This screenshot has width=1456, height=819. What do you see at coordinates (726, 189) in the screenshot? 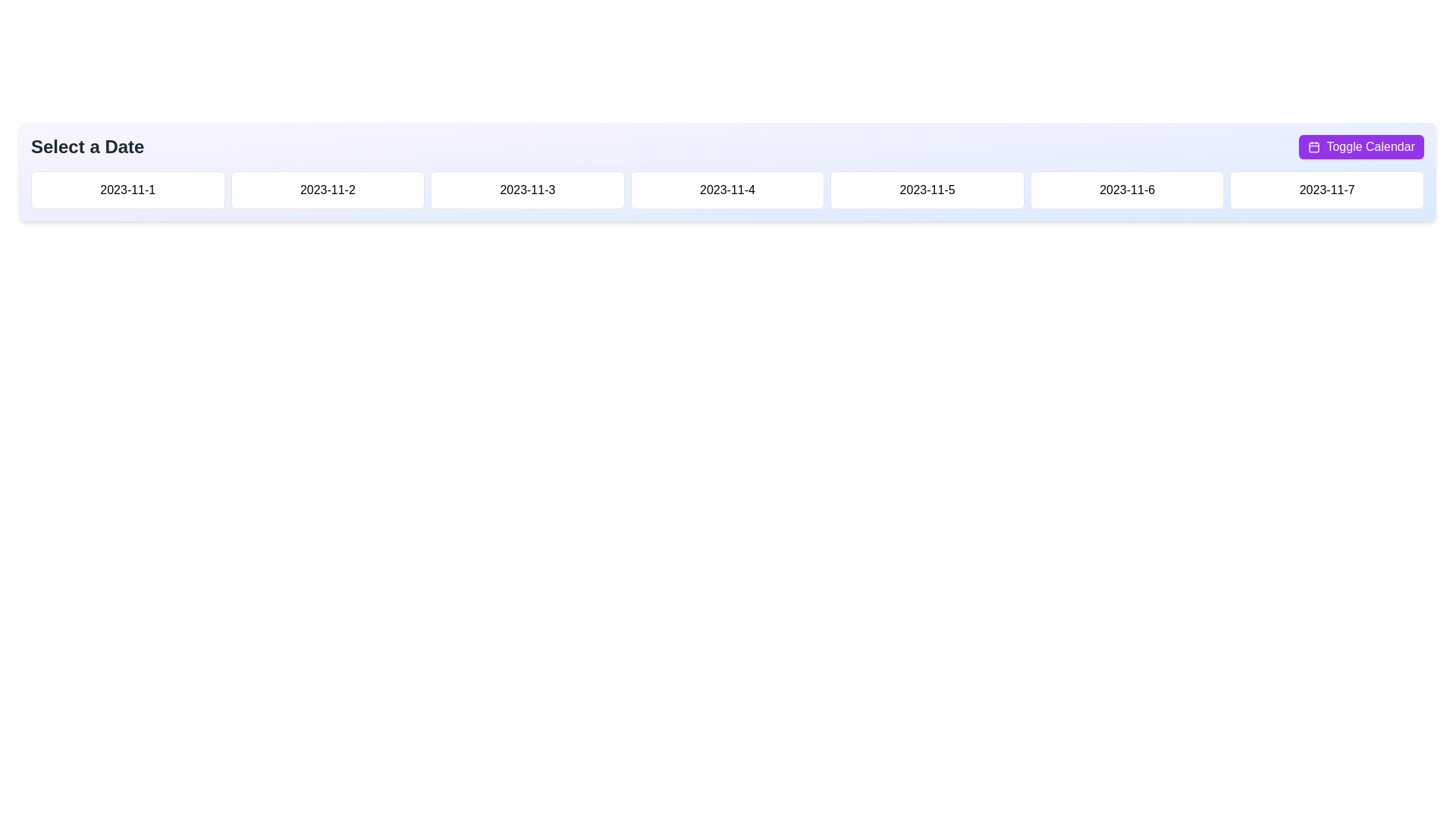
I see `the fourth date tile in the calendar interface` at bounding box center [726, 189].